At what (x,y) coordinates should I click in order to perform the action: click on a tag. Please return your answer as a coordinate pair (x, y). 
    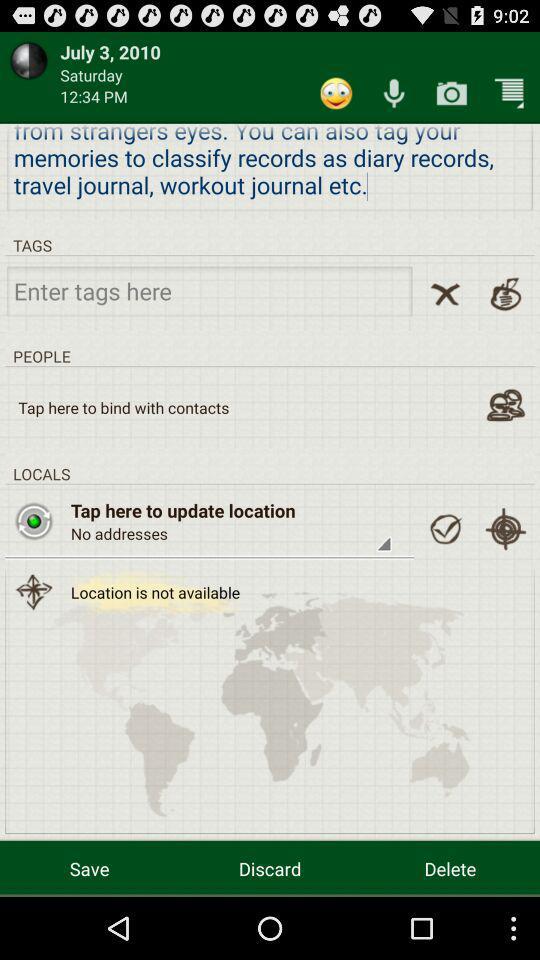
    Looking at the image, I should click on (208, 289).